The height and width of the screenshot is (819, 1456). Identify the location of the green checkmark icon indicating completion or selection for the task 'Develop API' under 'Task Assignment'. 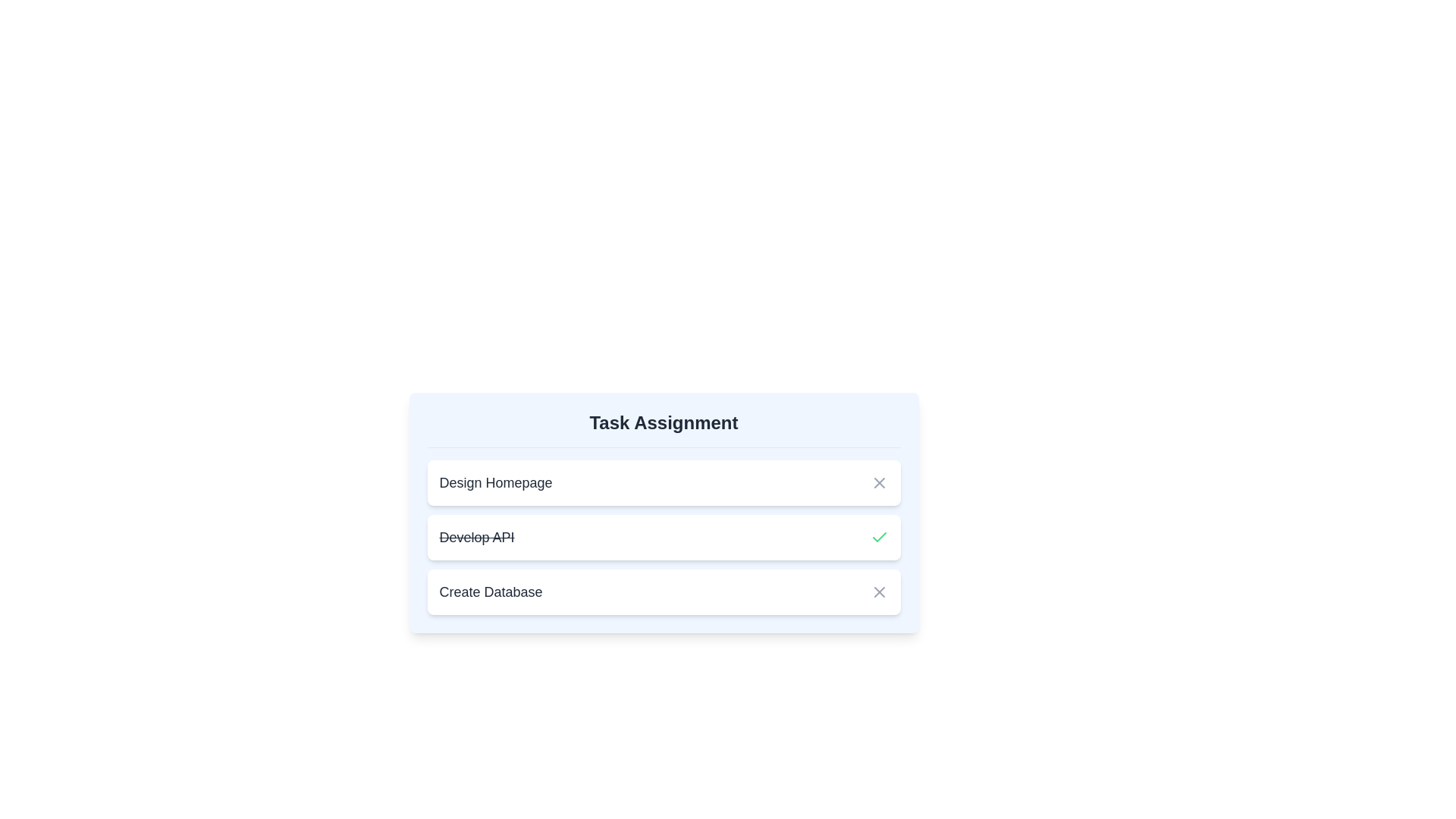
(879, 537).